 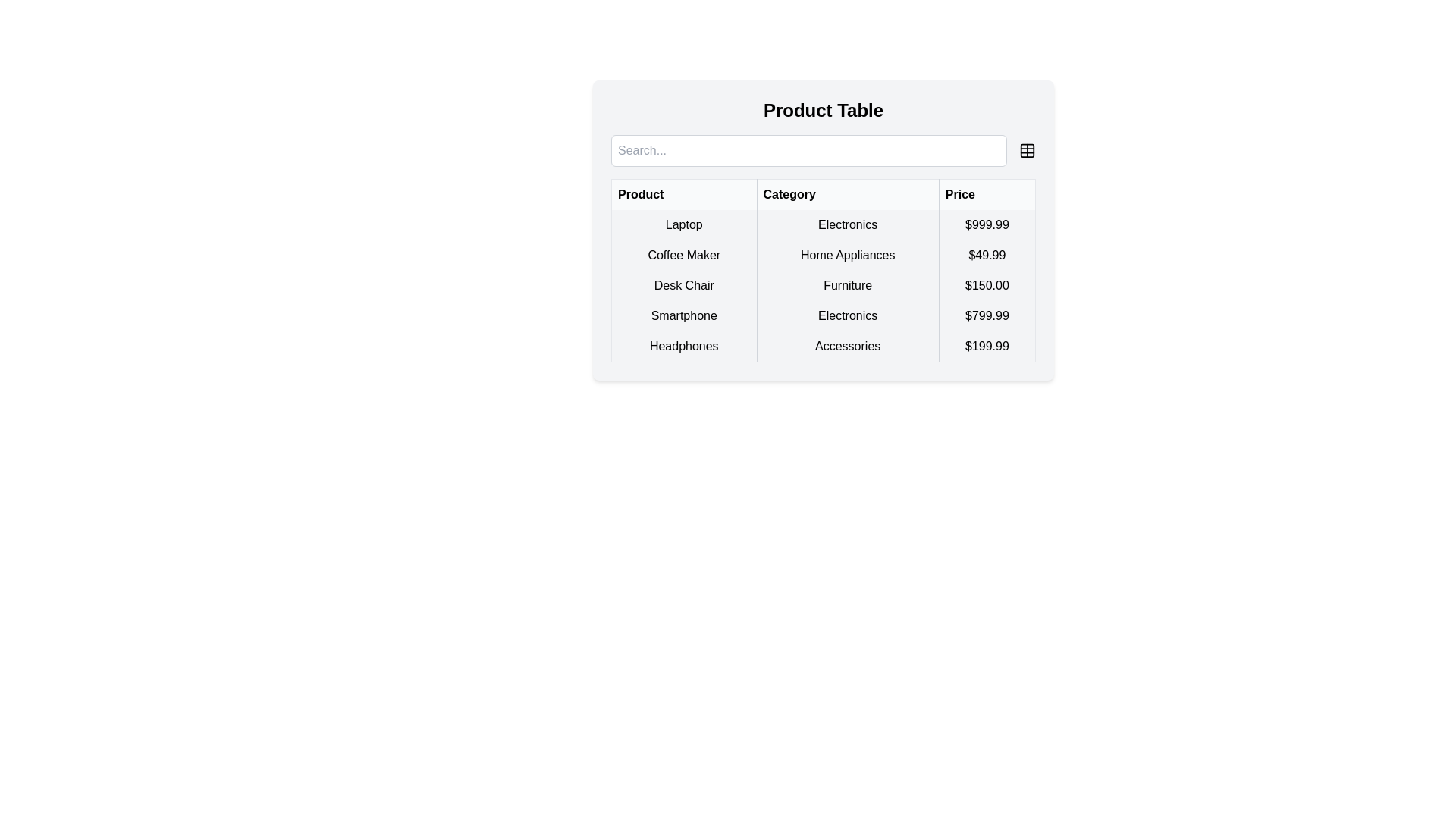 What do you see at coordinates (683, 286) in the screenshot?
I see `the 'Desk Chair' text item in the 'Product Table' located in the third row, first column, which is styled with borders on the right and gray coloration` at bounding box center [683, 286].